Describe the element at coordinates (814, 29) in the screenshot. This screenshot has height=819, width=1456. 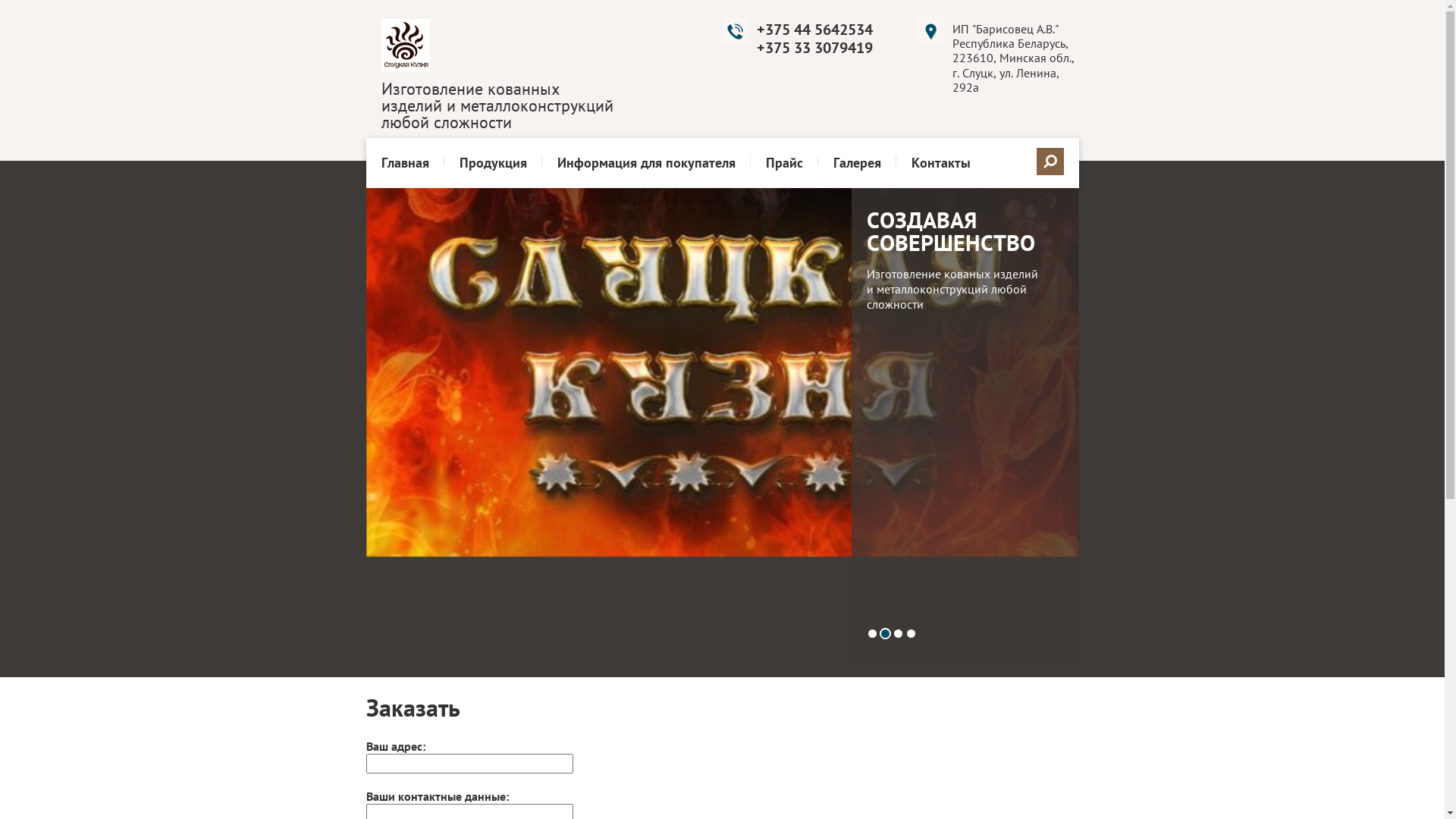
I see `'+375 44 5642534'` at that location.